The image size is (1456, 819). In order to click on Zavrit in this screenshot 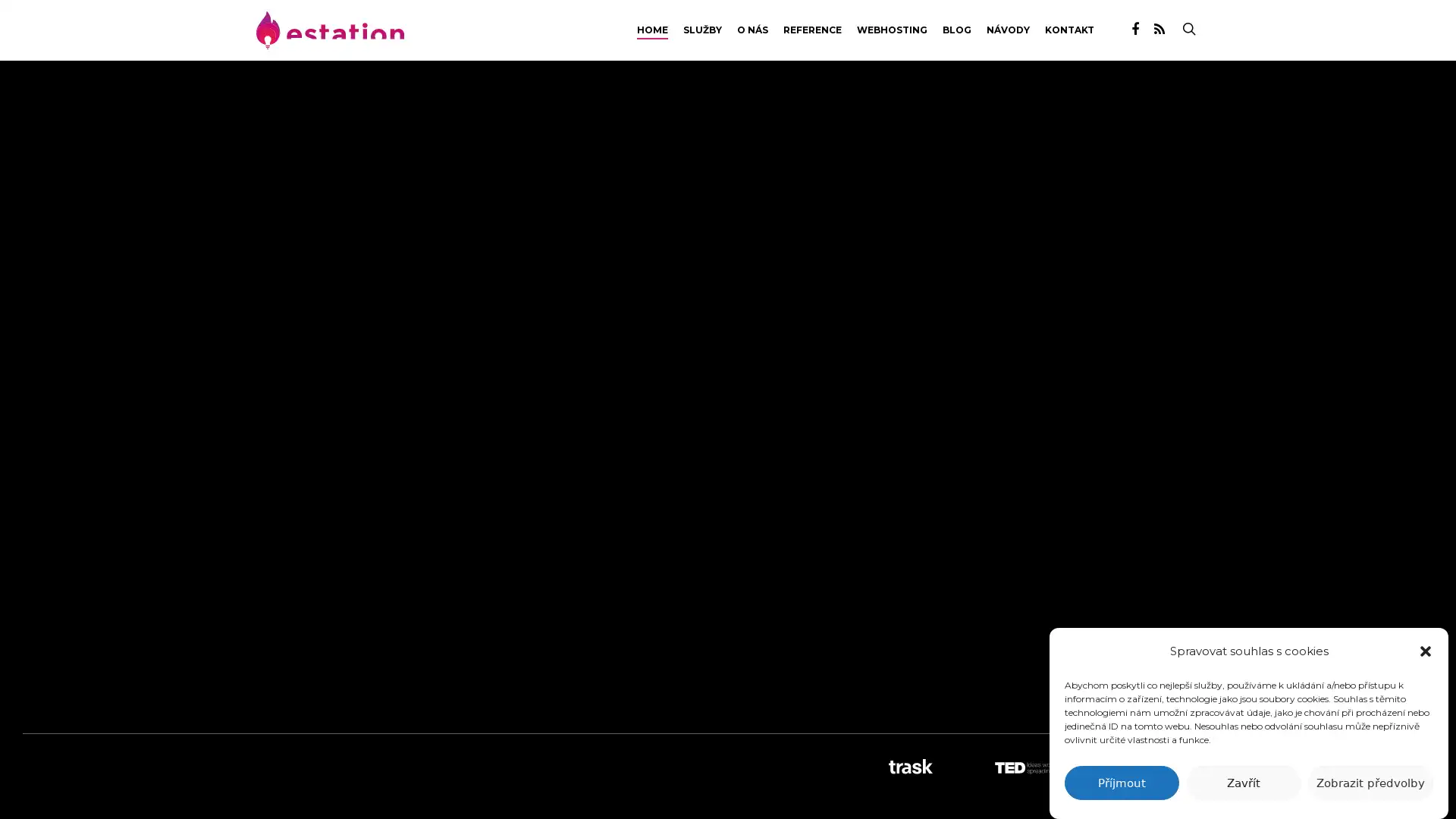, I will do `click(1243, 783)`.